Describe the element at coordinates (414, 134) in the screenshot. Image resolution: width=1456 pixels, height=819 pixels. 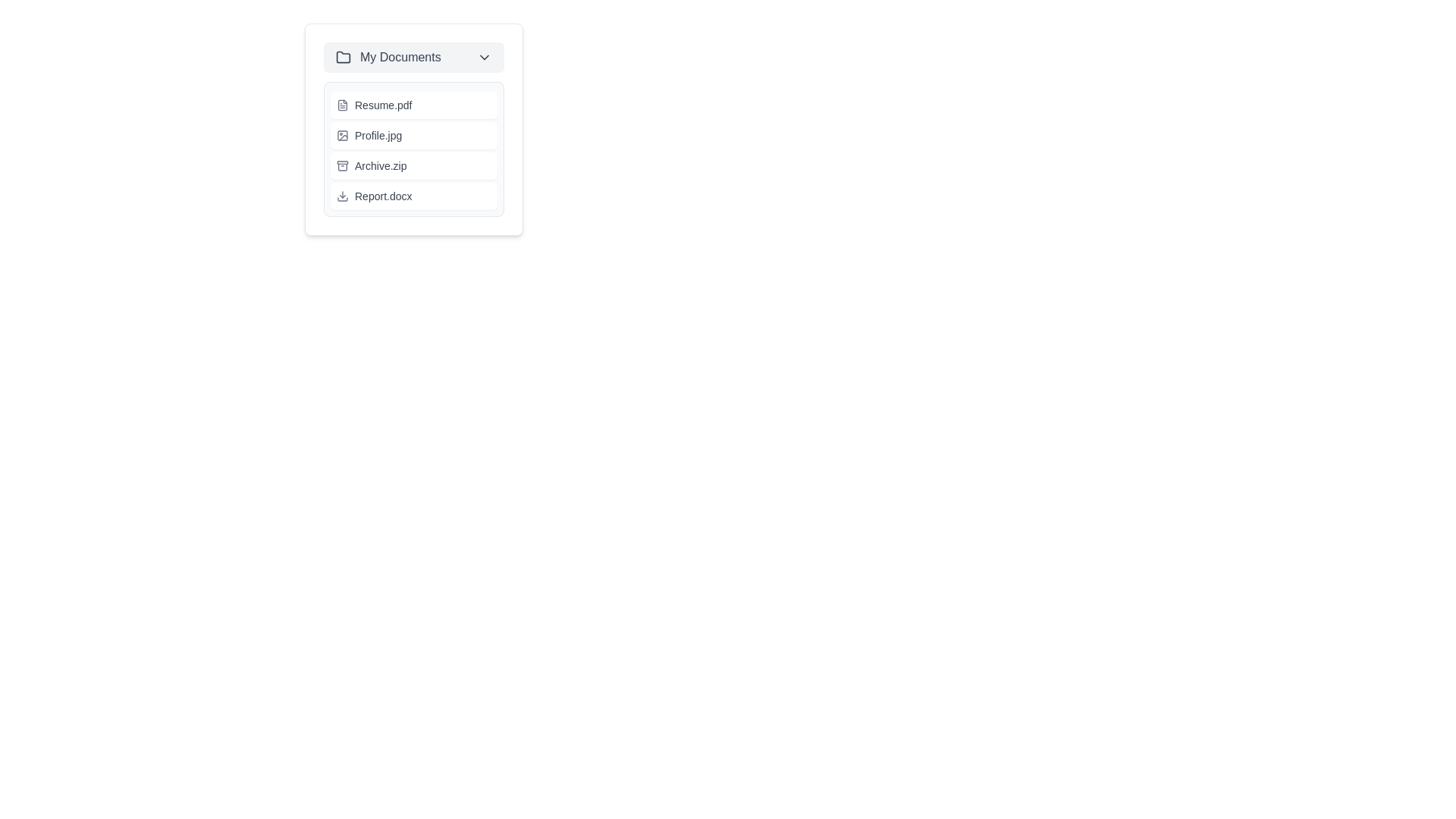
I see `the second file entry in the 'My Documents' list` at that location.